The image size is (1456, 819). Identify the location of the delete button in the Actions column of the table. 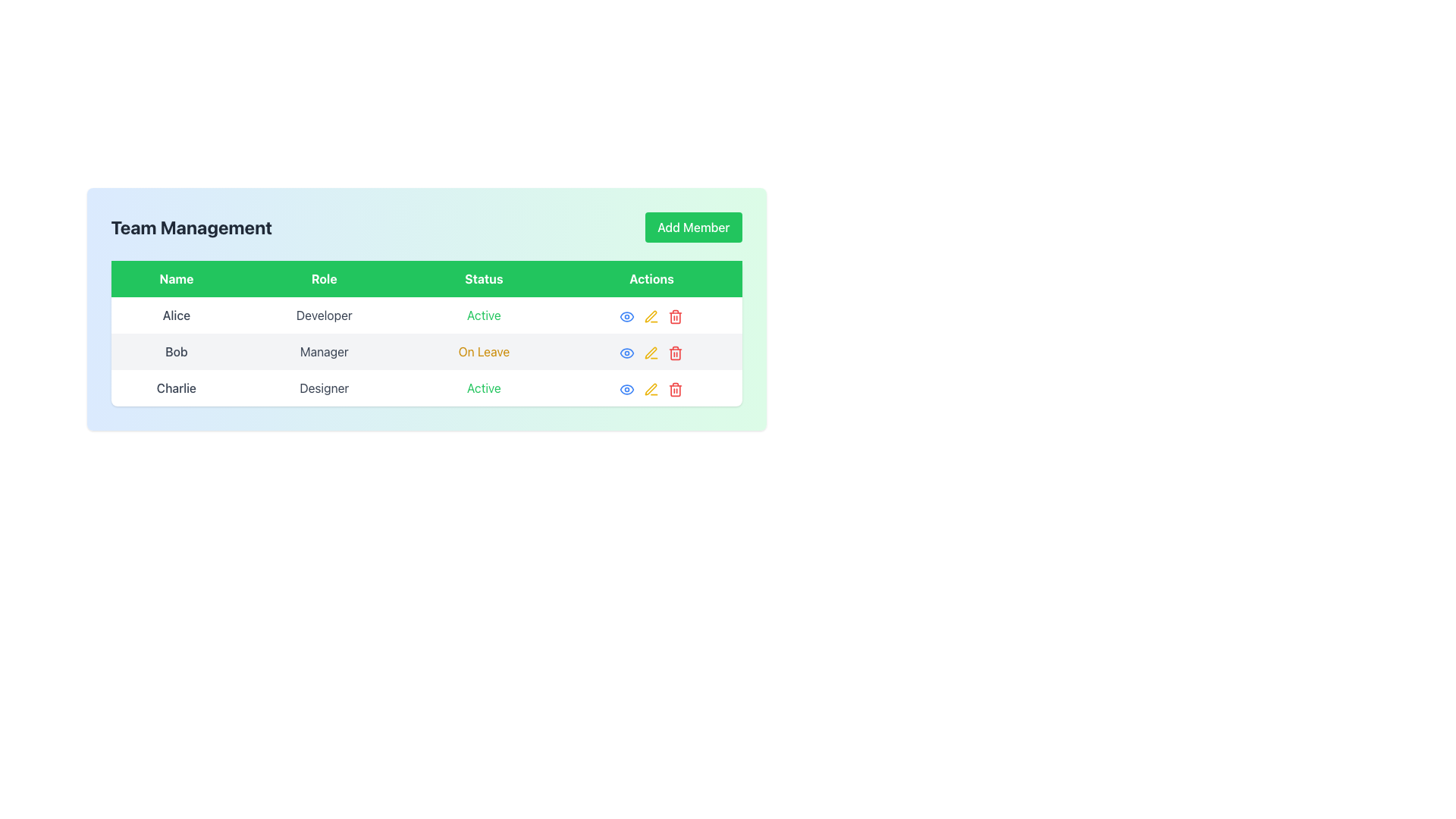
(675, 315).